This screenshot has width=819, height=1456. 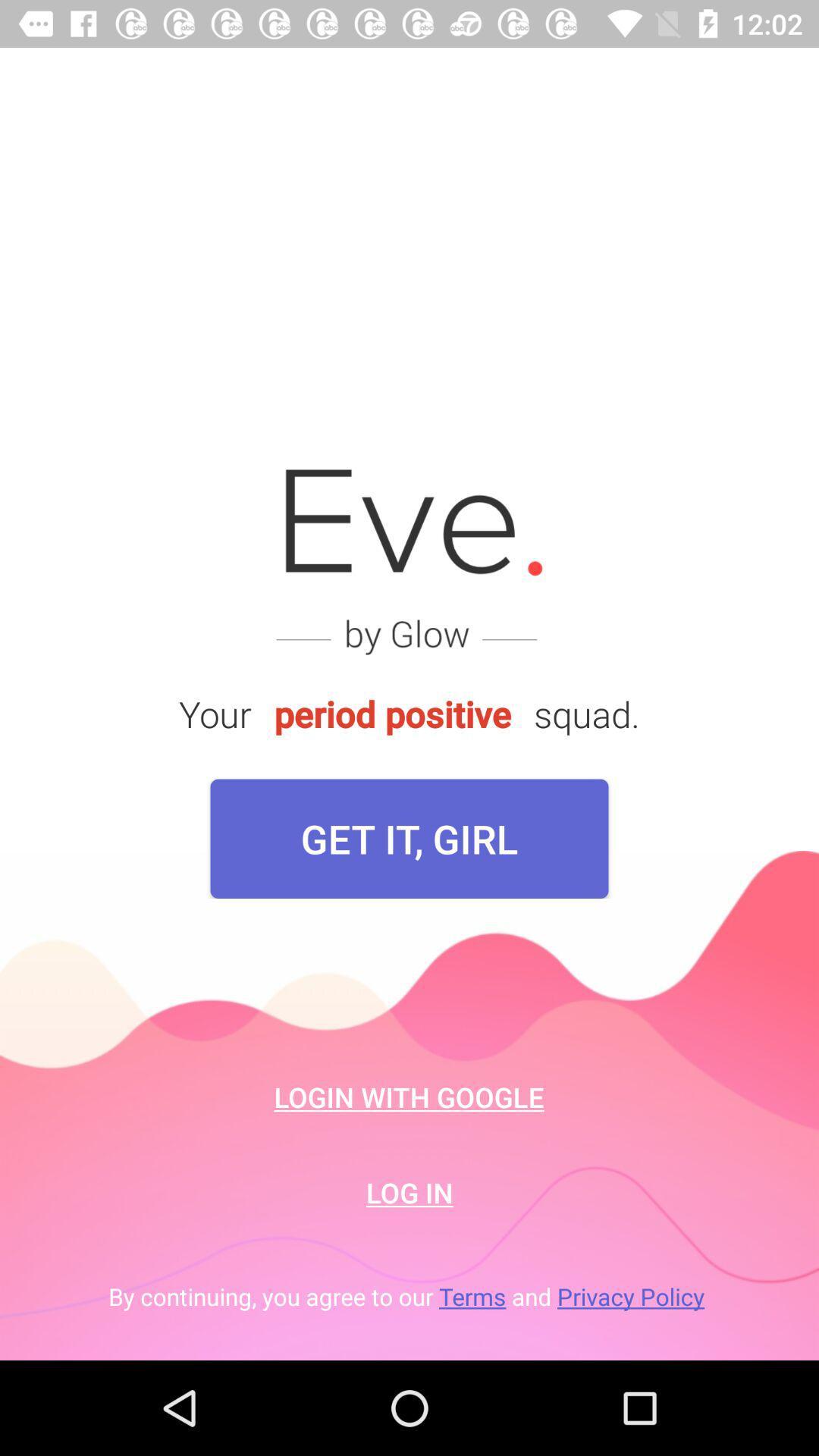 What do you see at coordinates (409, 1295) in the screenshot?
I see `the icon below  log in  item` at bounding box center [409, 1295].